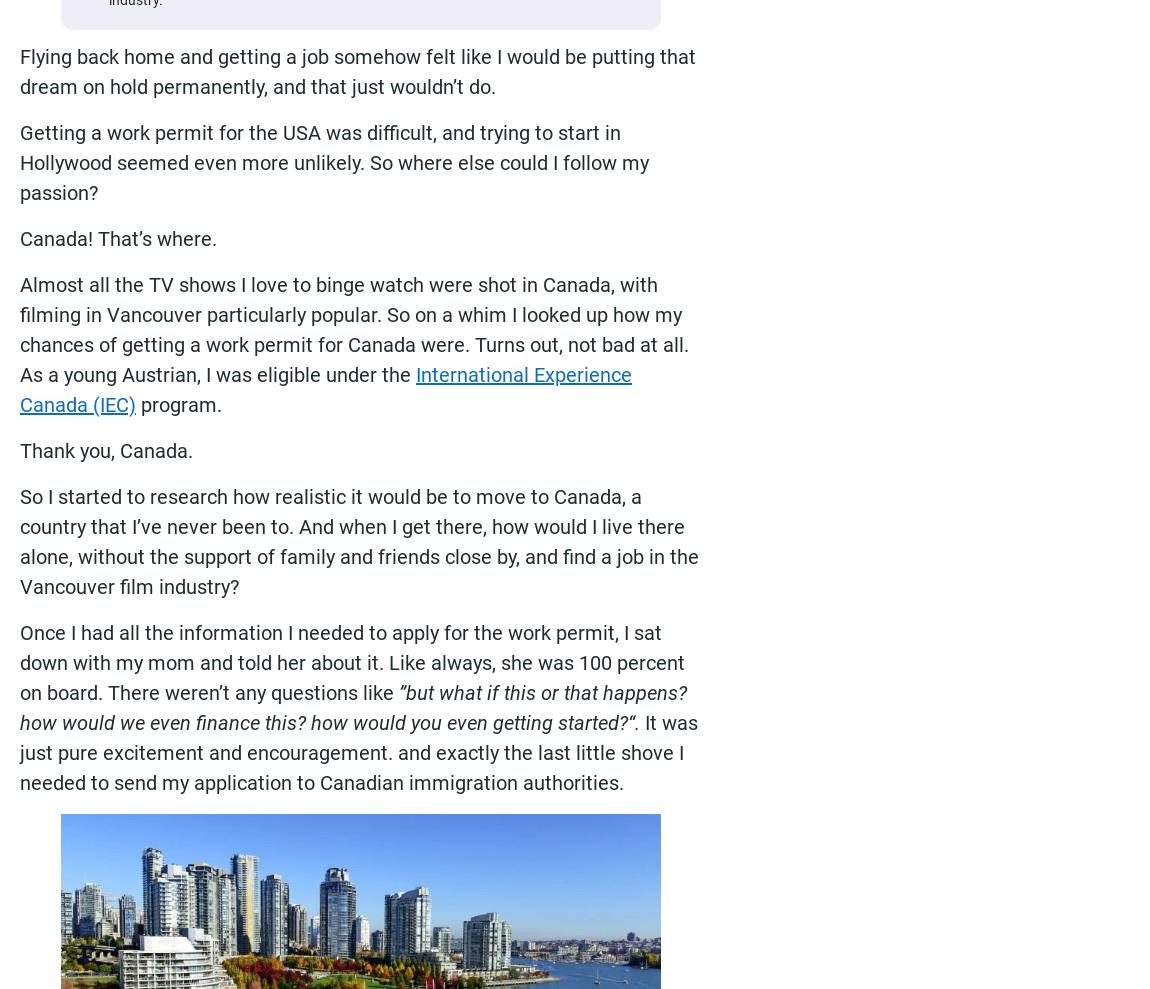 This screenshot has height=989, width=1150. What do you see at coordinates (657, 535) in the screenshot?
I see `'Sign up for the Moving2Canada newsletter to get the latest immigration news and other updates to help you succeed in Canada. You can opt out at any time.'` at bounding box center [657, 535].